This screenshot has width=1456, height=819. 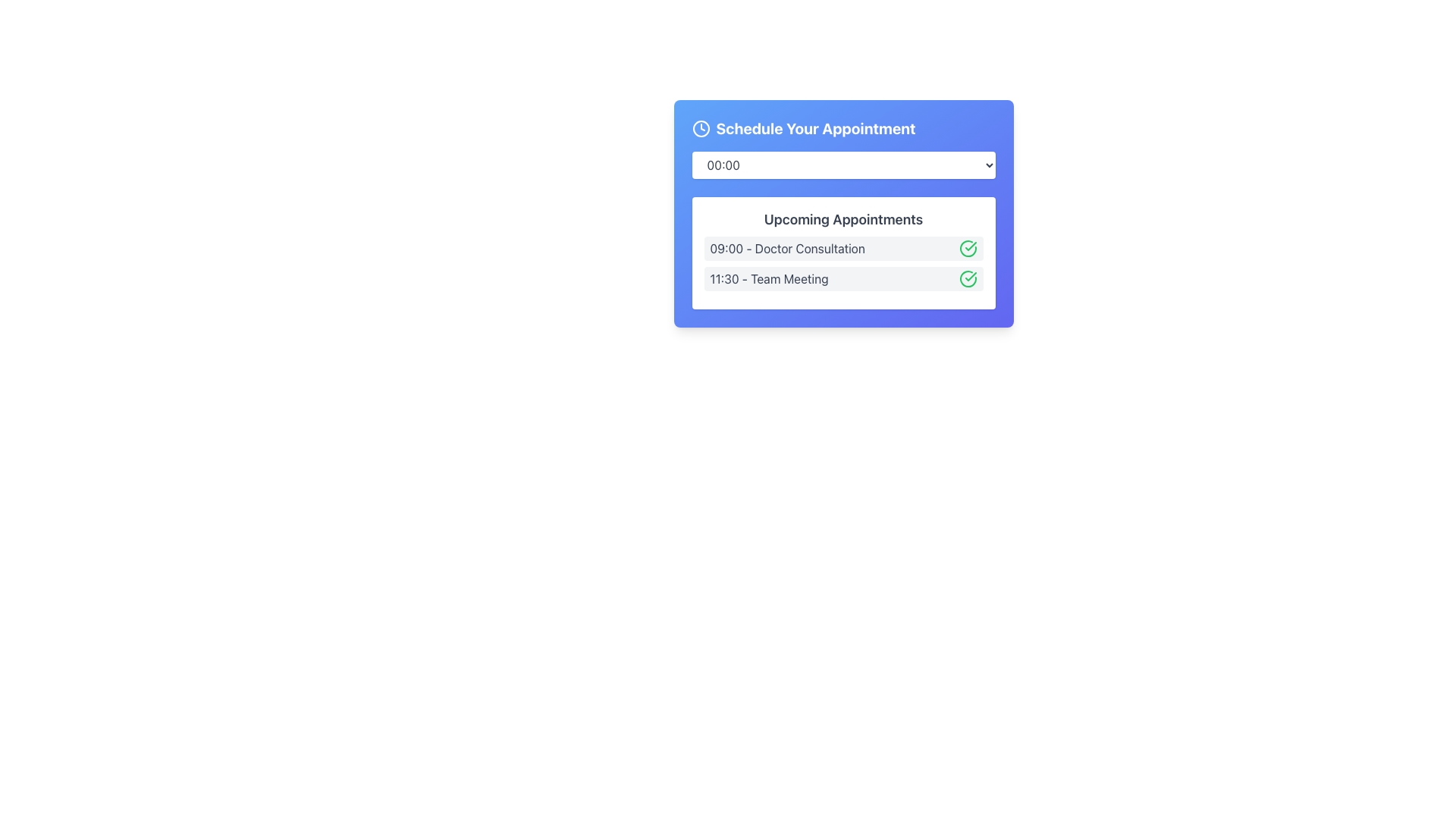 What do you see at coordinates (967, 278) in the screenshot?
I see `the circular icon featuring a green checkmark within a green circle, located on the right side of the list entry for '11:30 - Team Meeting'` at bounding box center [967, 278].